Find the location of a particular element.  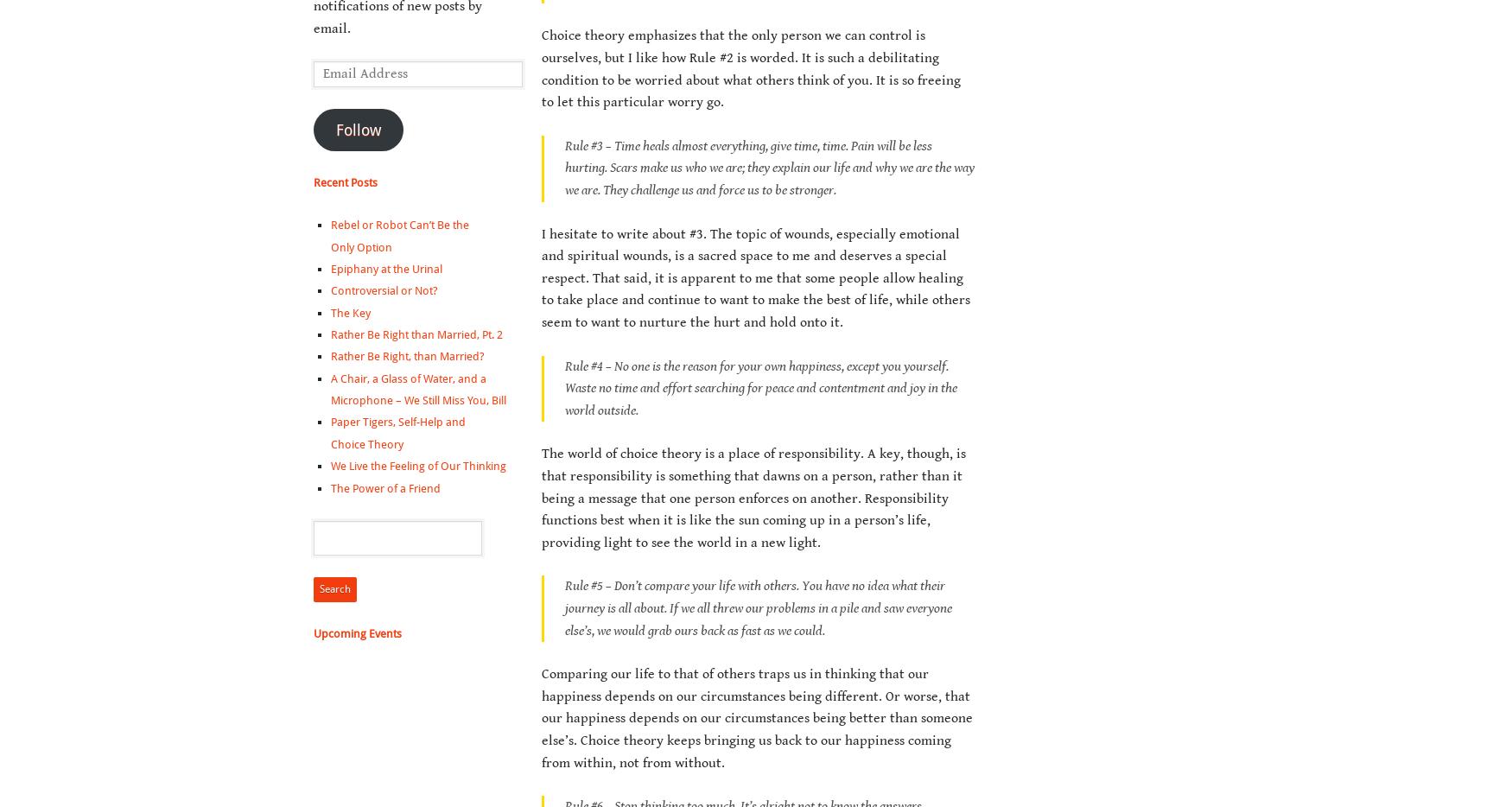

'Rule #4 – No one is the reason for your own happiness, except you yourself. Waste no time and effort searching for peace and contentment and joy in the world outside.' is located at coordinates (759, 387).